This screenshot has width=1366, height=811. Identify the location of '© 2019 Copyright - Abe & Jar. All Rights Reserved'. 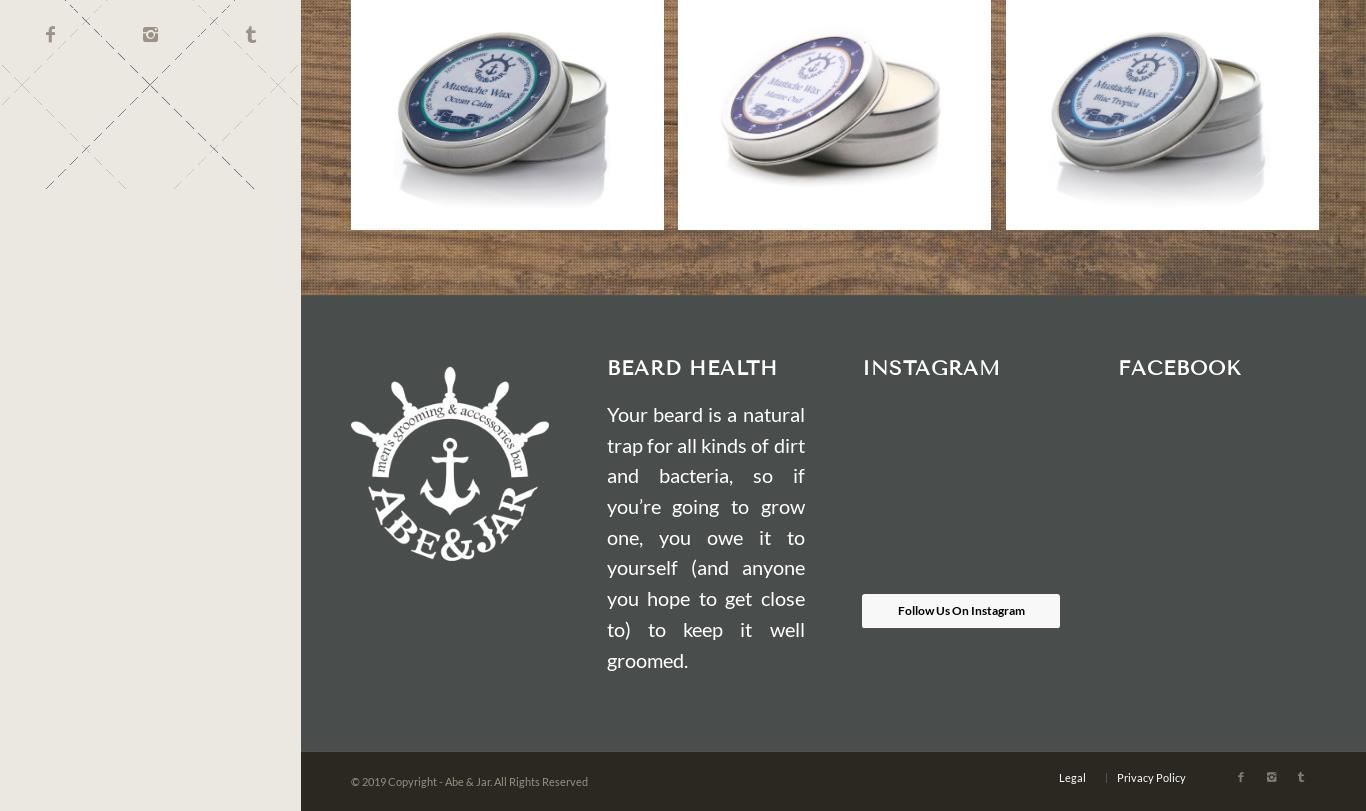
(469, 778).